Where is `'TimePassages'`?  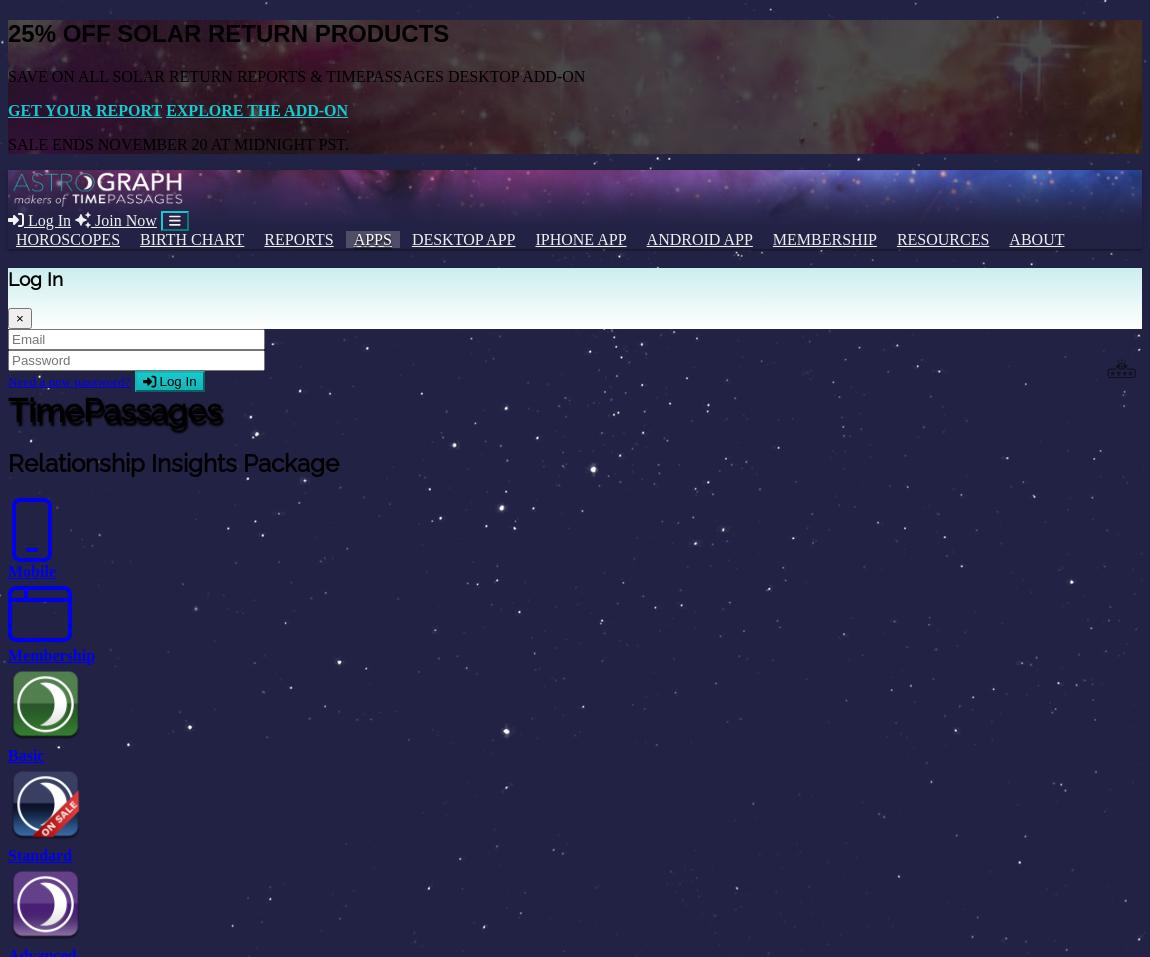 'TimePassages' is located at coordinates (7, 409).